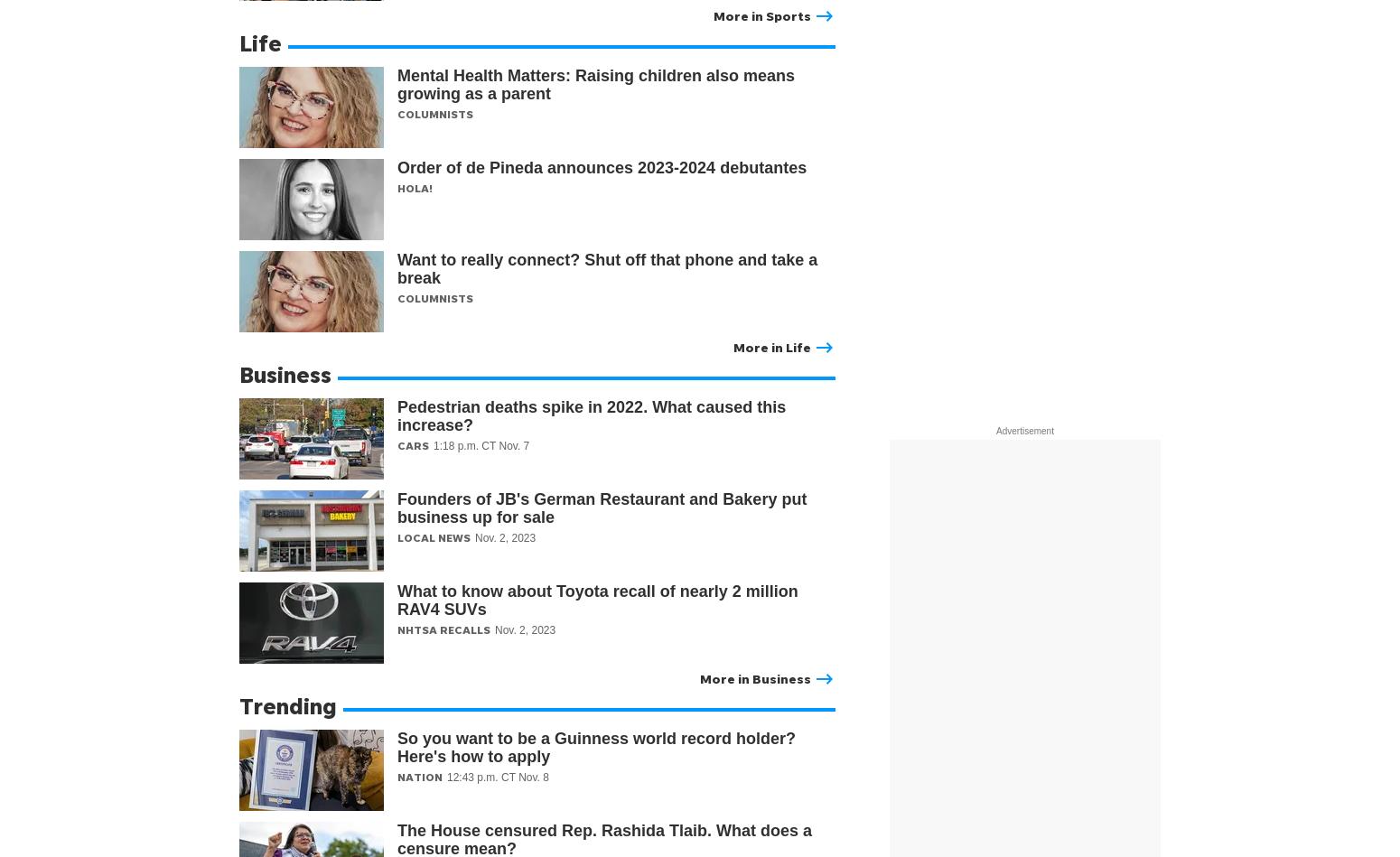  I want to click on 'More in Life', so click(733, 347).